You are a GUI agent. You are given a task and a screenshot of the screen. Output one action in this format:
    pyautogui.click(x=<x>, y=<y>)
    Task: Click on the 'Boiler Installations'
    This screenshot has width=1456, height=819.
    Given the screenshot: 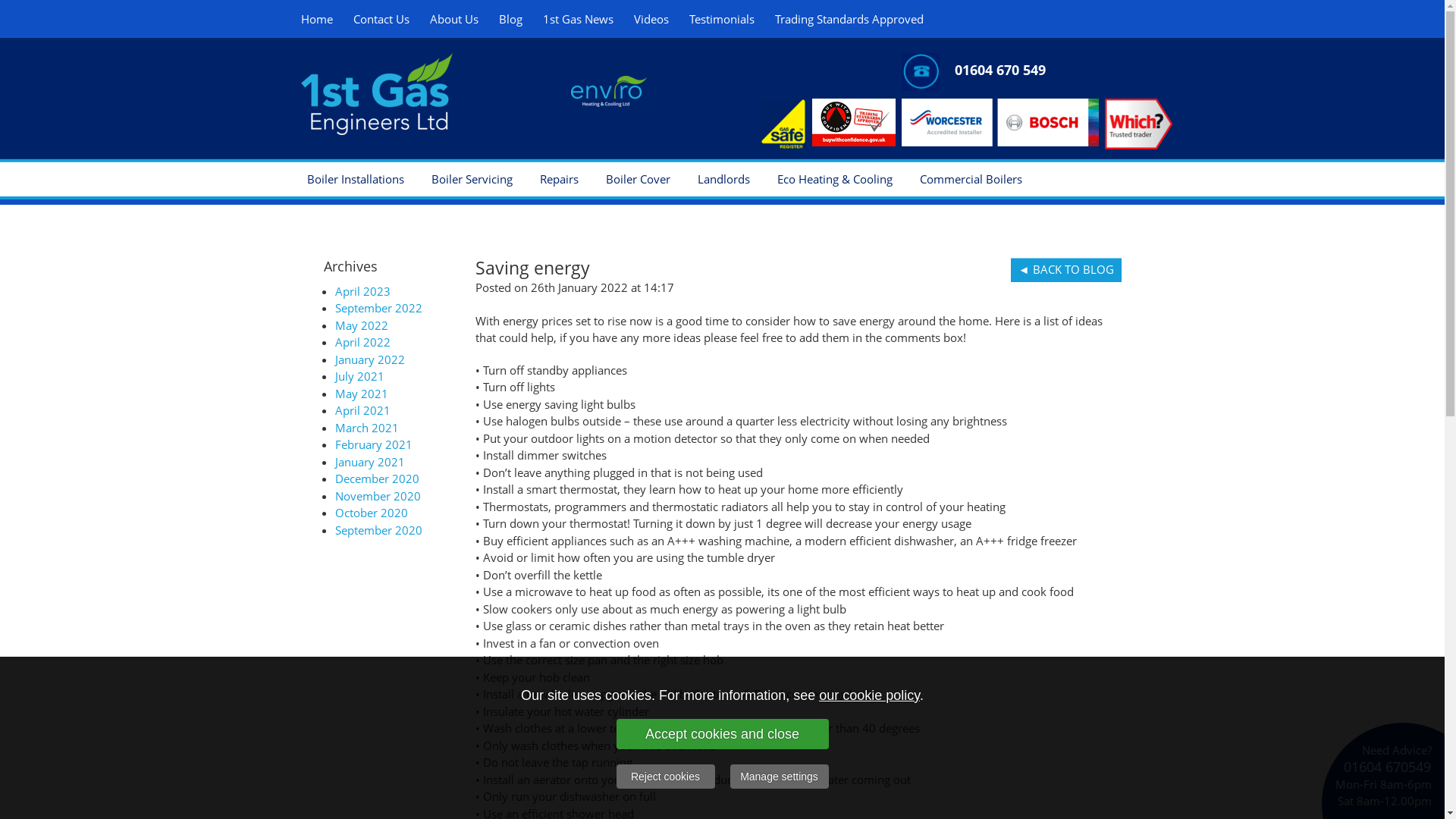 What is the action you would take?
    pyautogui.click(x=353, y=177)
    